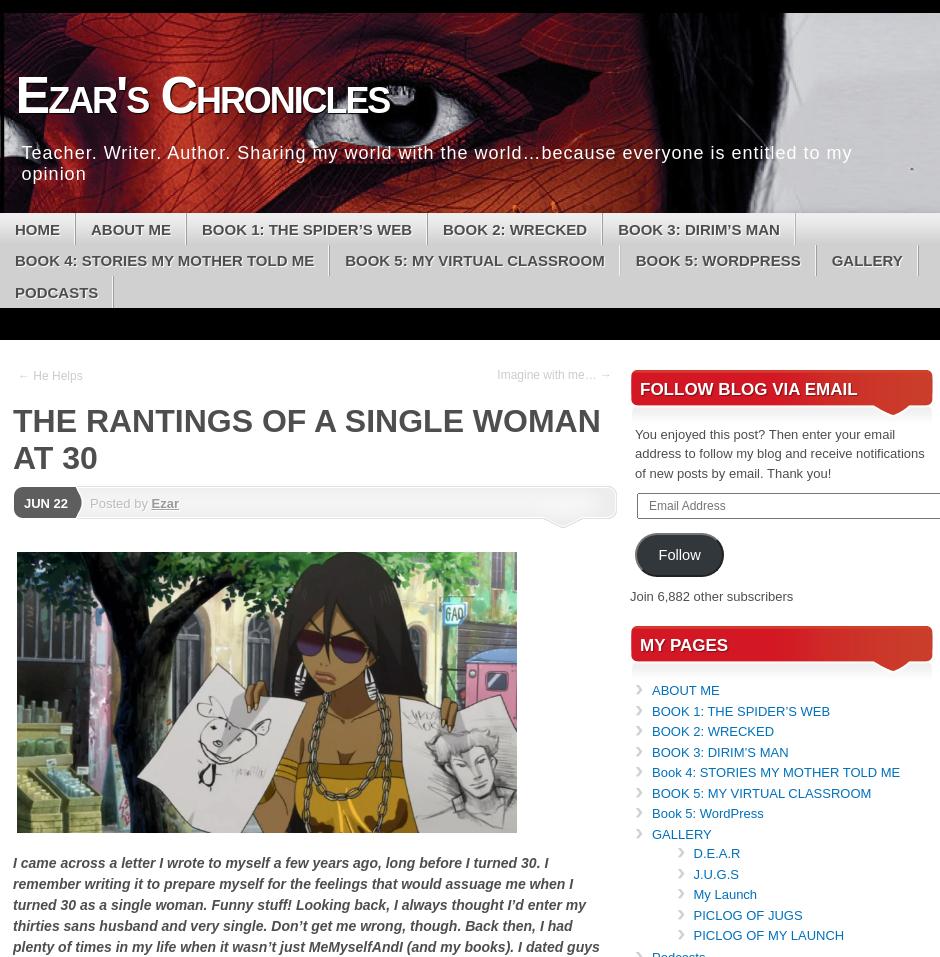 The image size is (940, 957). What do you see at coordinates (746, 914) in the screenshot?
I see `'PICLOG OF JUGS'` at bounding box center [746, 914].